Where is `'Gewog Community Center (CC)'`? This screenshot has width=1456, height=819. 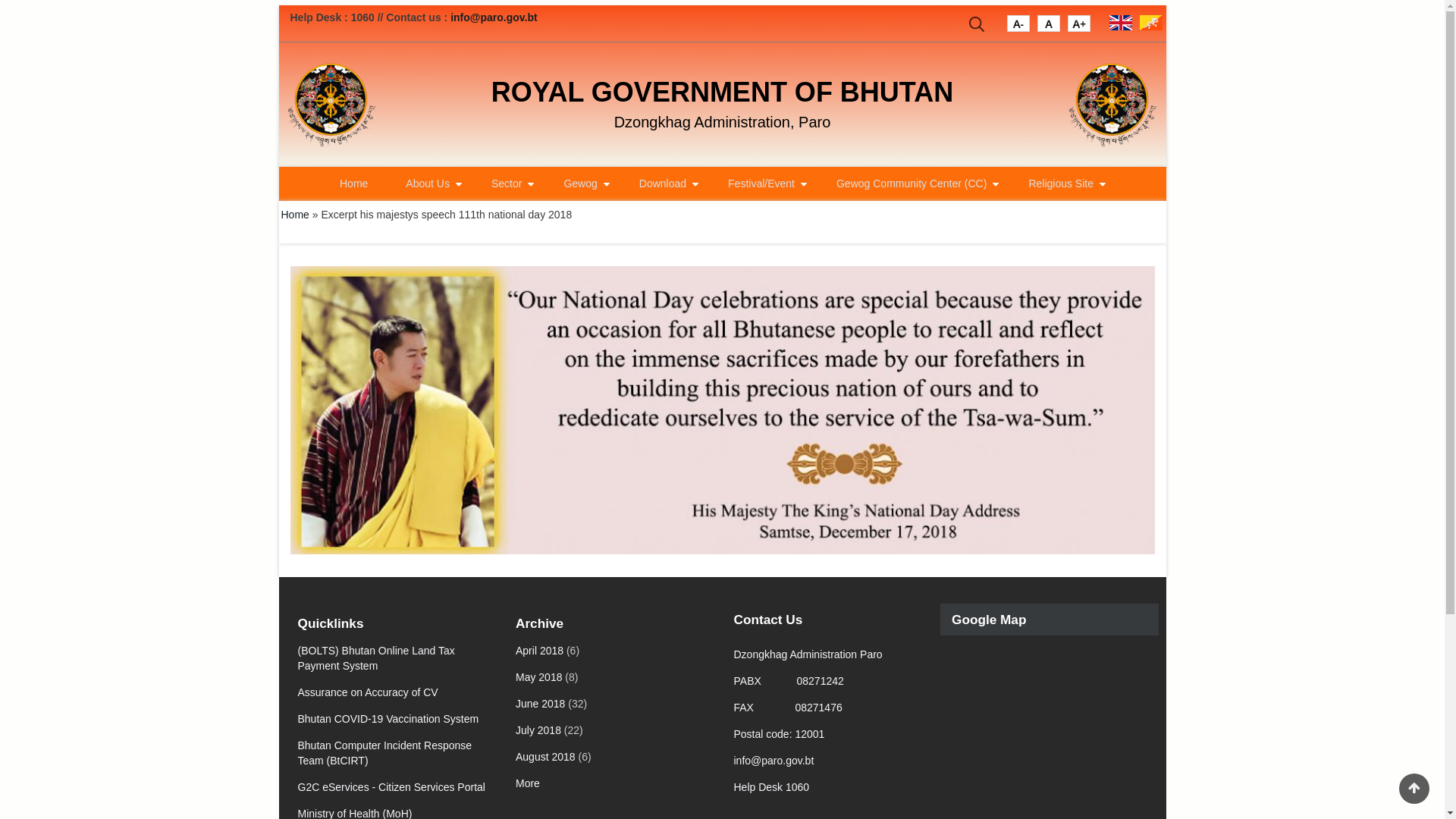
'Gewog Community Center (CC)' is located at coordinates (912, 183).